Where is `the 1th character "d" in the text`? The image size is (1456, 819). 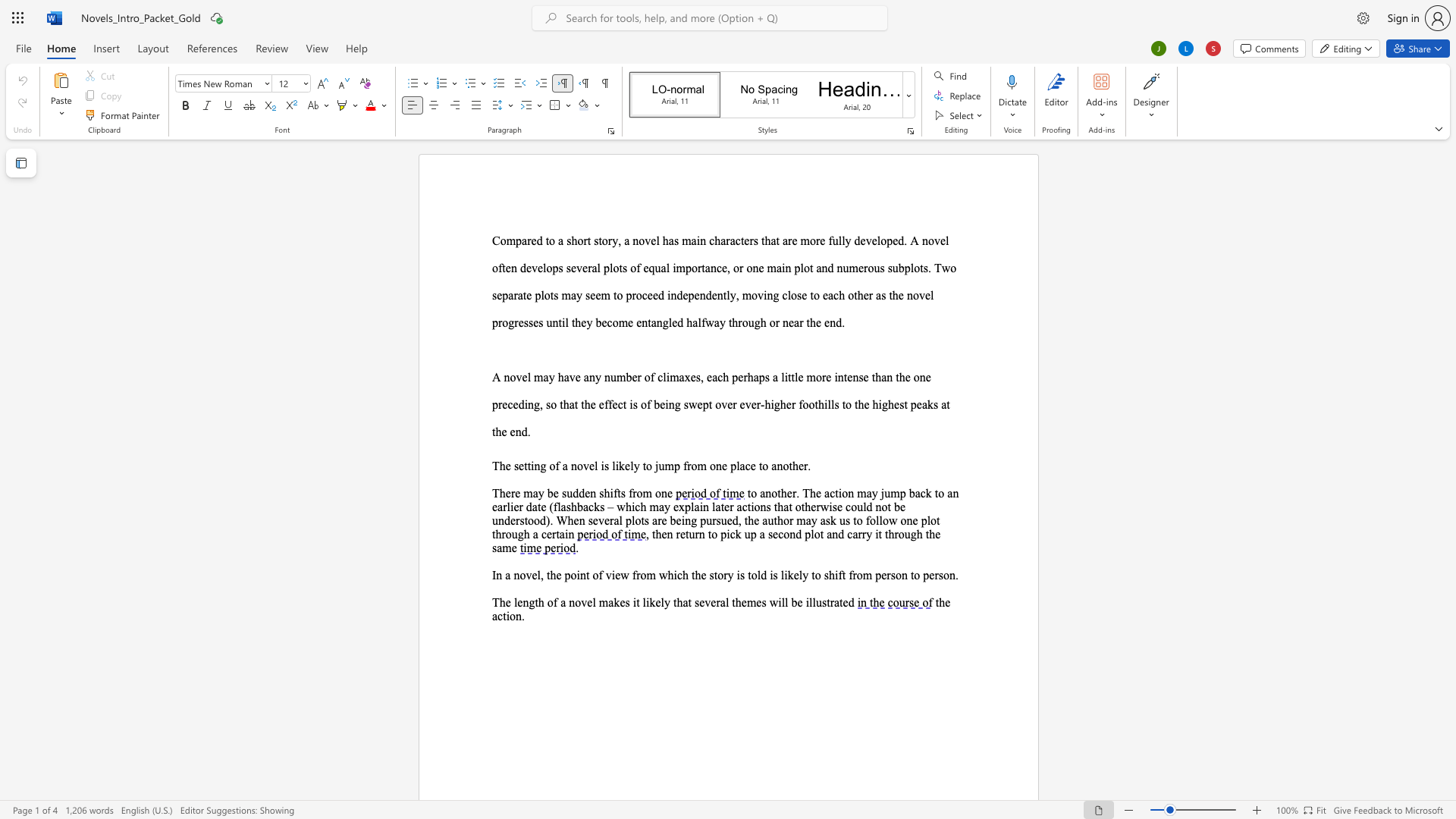 the 1th character "d" in the text is located at coordinates (764, 575).